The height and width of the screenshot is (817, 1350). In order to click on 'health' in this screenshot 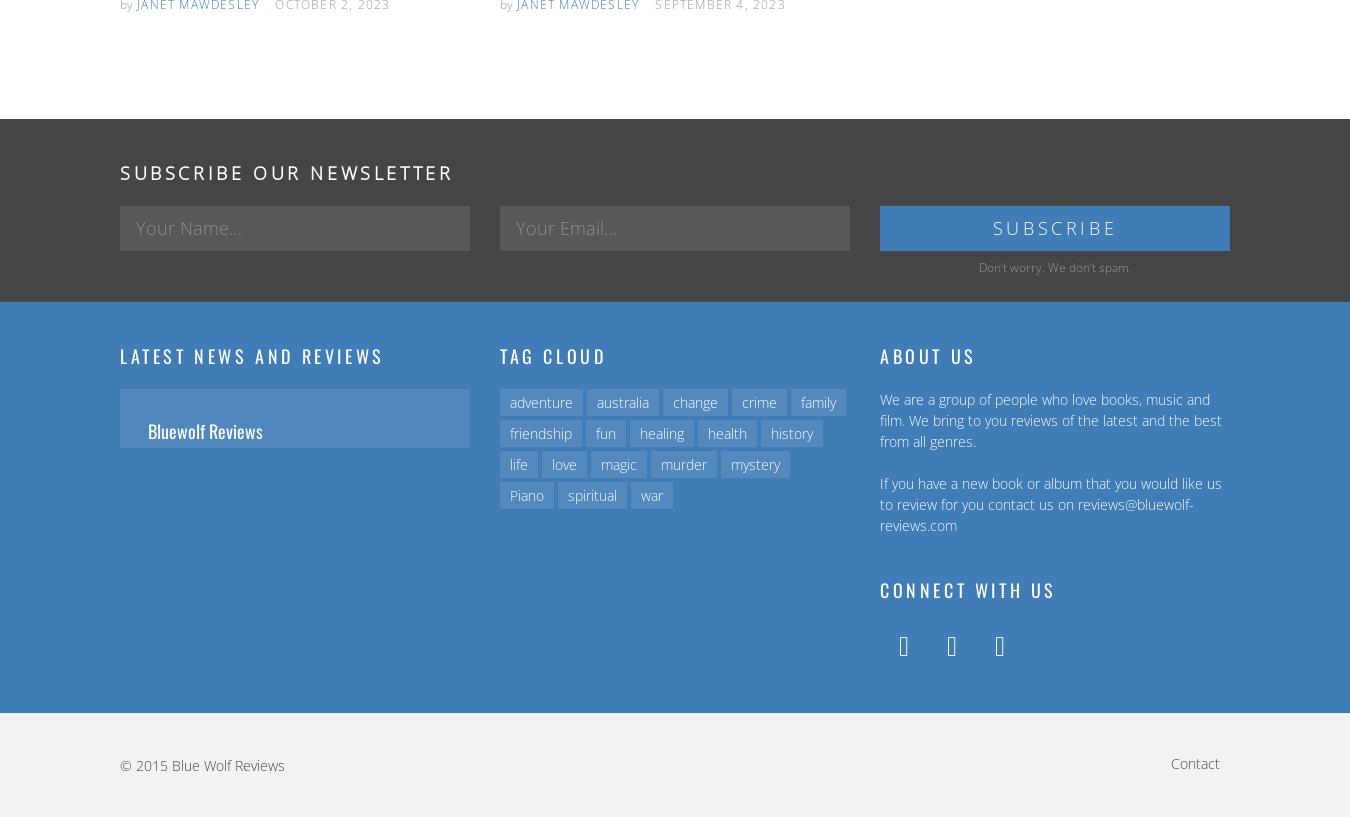, I will do `click(726, 433)`.